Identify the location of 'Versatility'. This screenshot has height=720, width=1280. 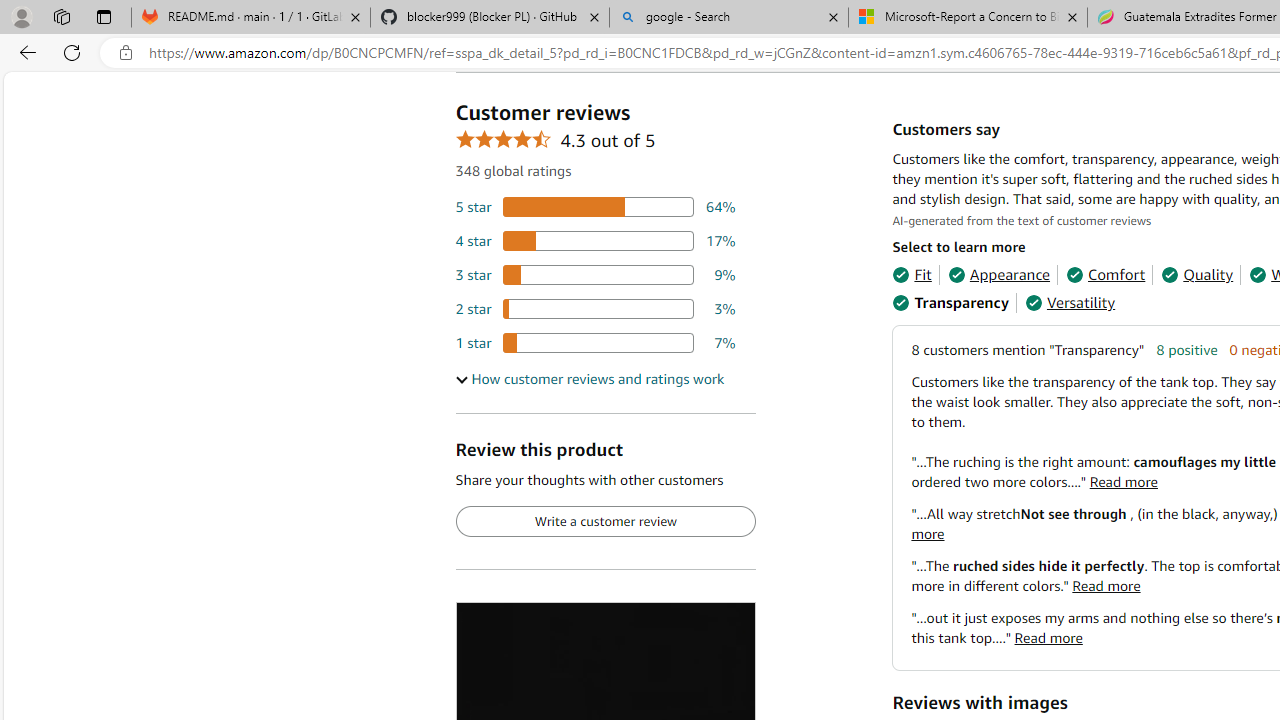
(1069, 303).